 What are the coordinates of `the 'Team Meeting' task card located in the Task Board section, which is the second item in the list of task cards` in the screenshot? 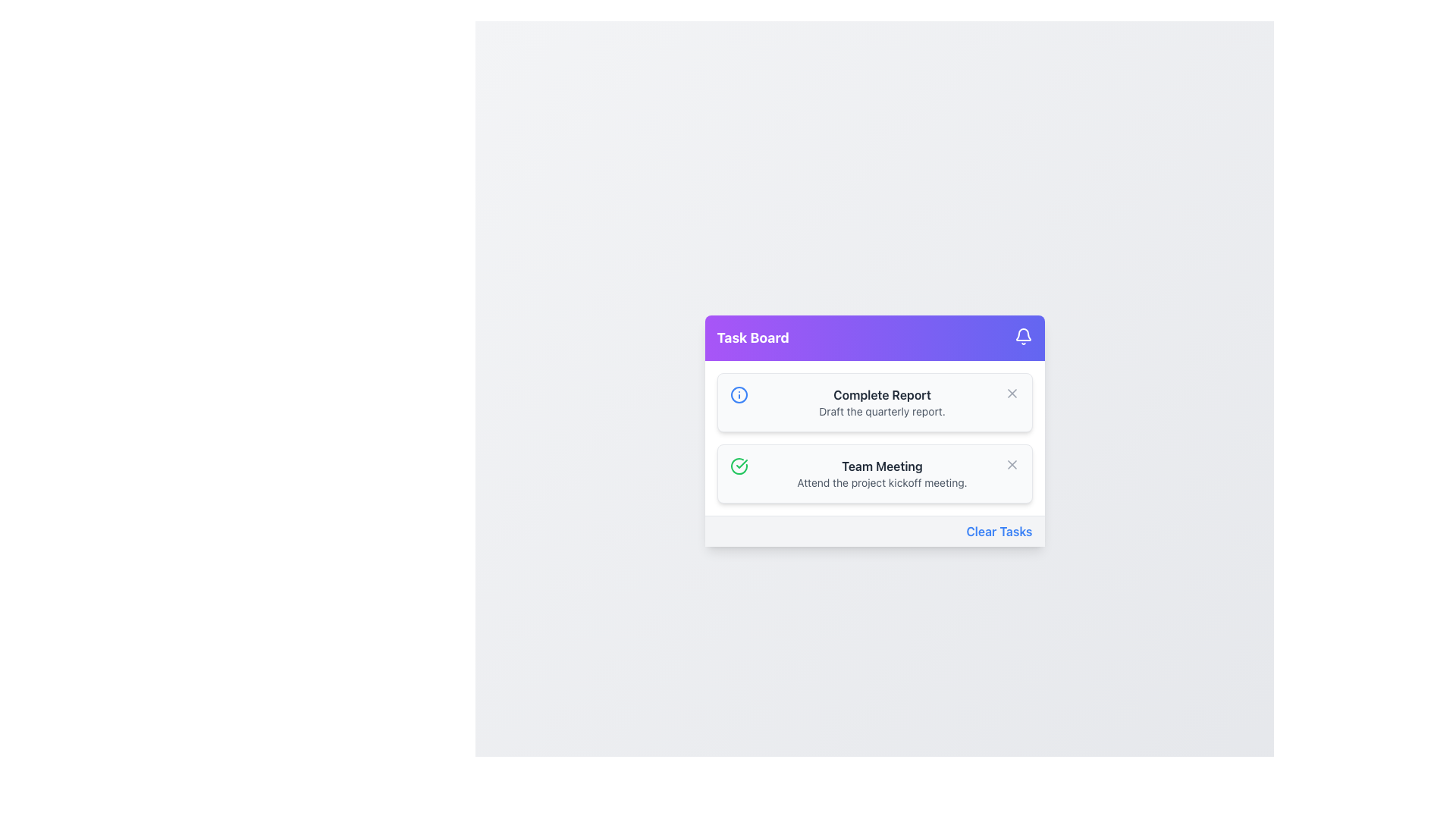 It's located at (874, 472).